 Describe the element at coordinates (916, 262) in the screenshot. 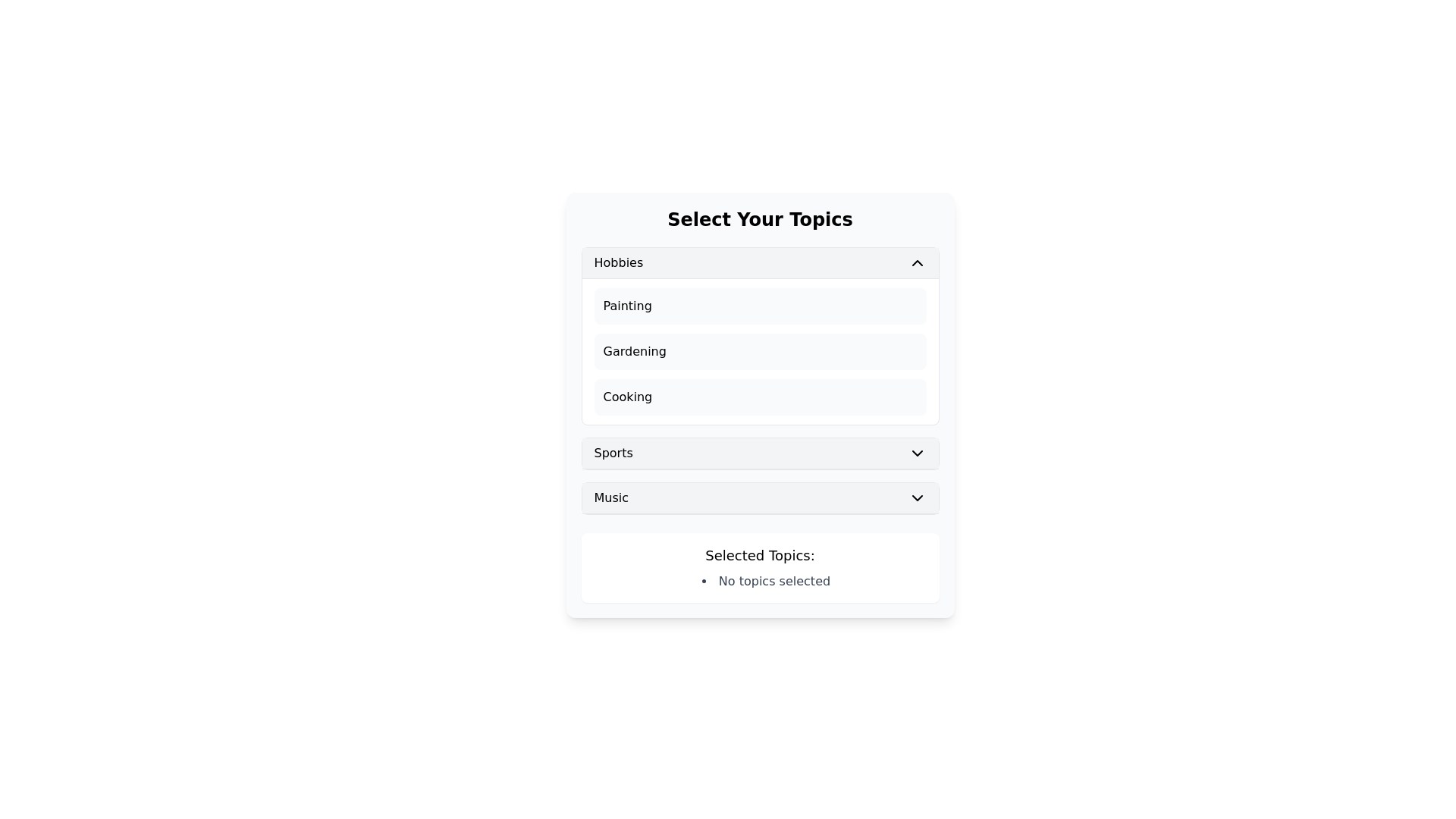

I see `the upward-facing chevron icon` at that location.